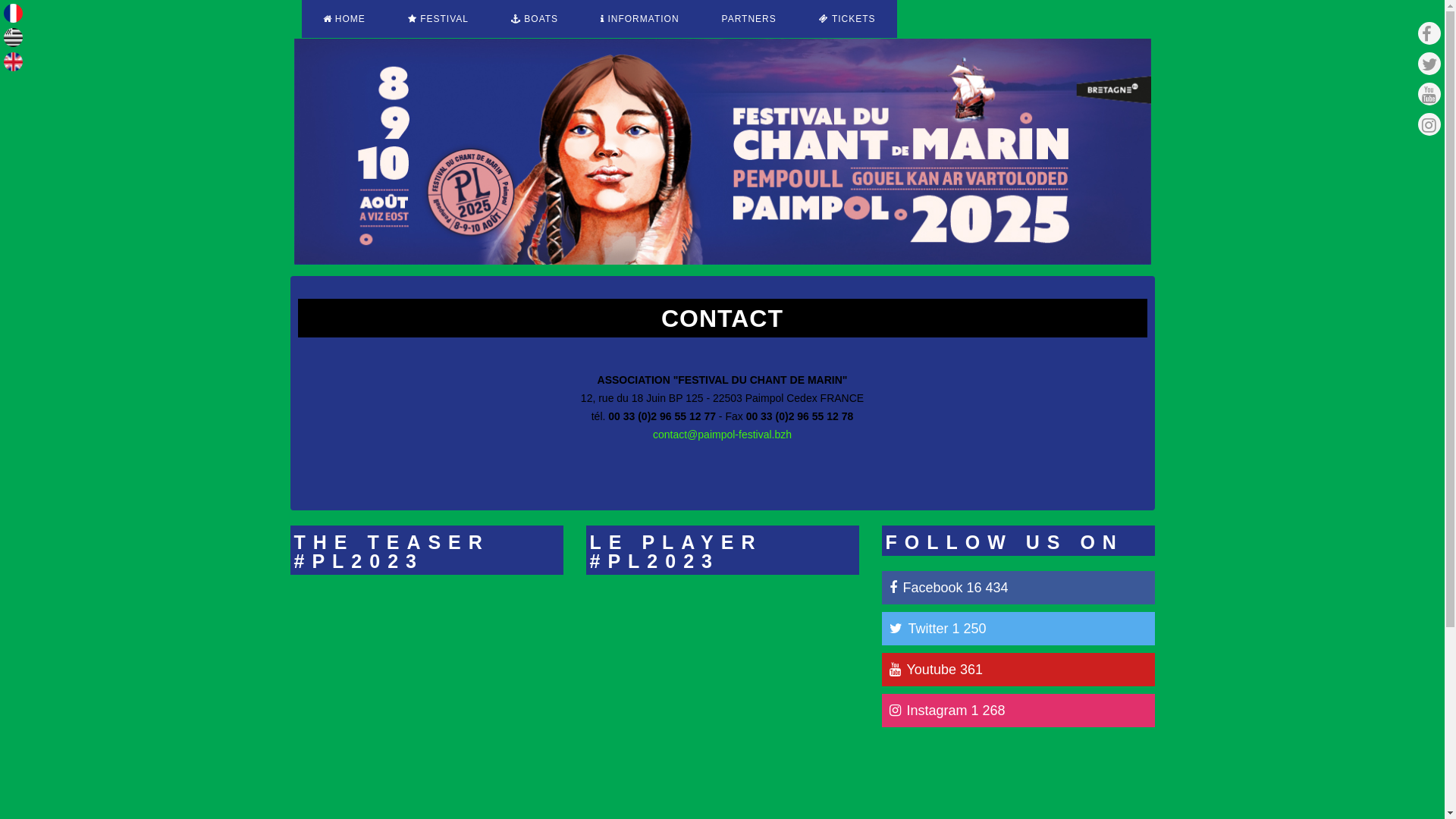 This screenshot has width=1456, height=819. I want to click on 'contact@paimpol-festival.bzh', so click(721, 435).